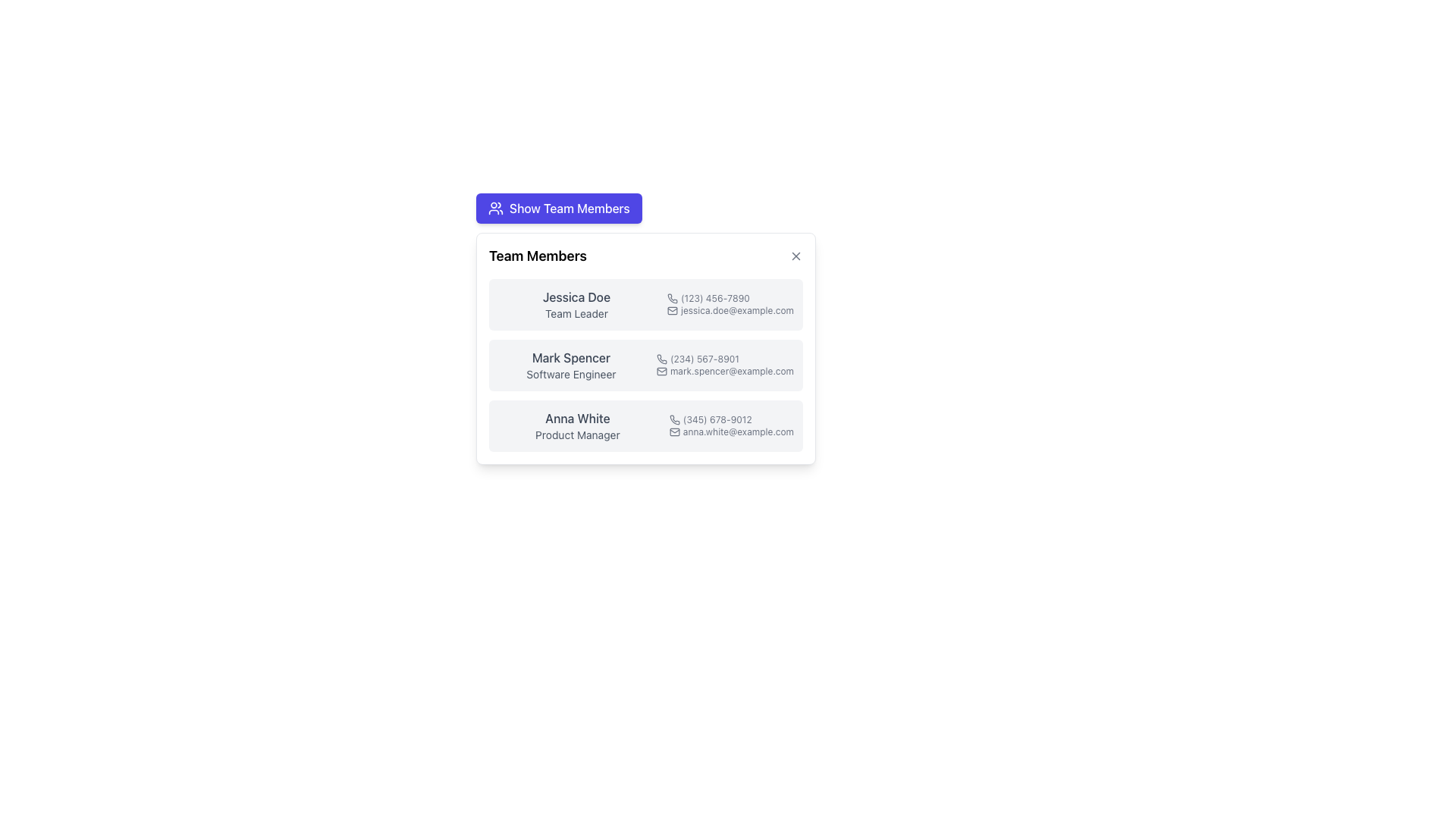  Describe the element at coordinates (731, 426) in the screenshot. I see `the email address in the Contact Information Section of Anna White's profile` at that location.